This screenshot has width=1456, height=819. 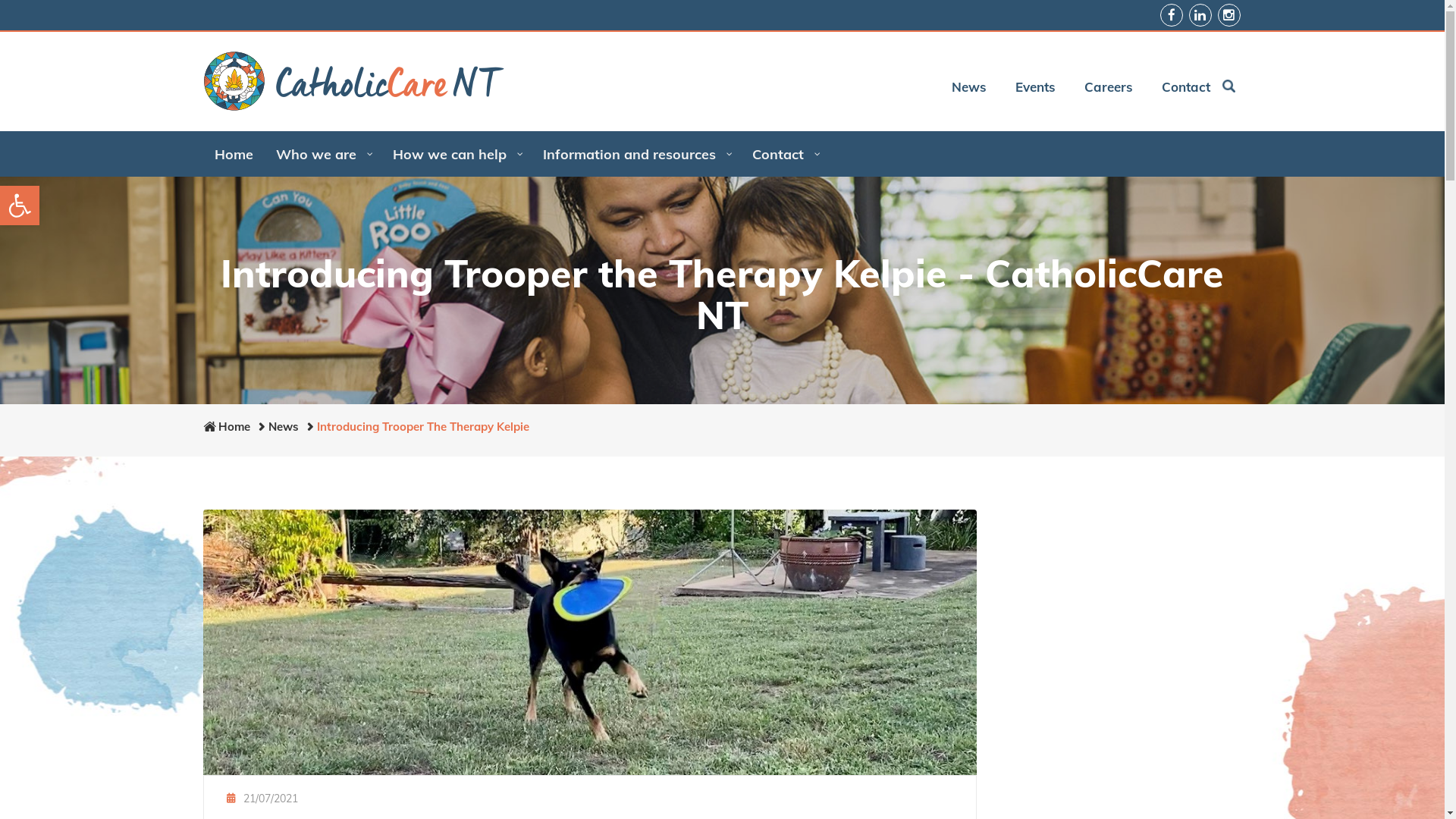 I want to click on 'Contact', so click(x=739, y=154).